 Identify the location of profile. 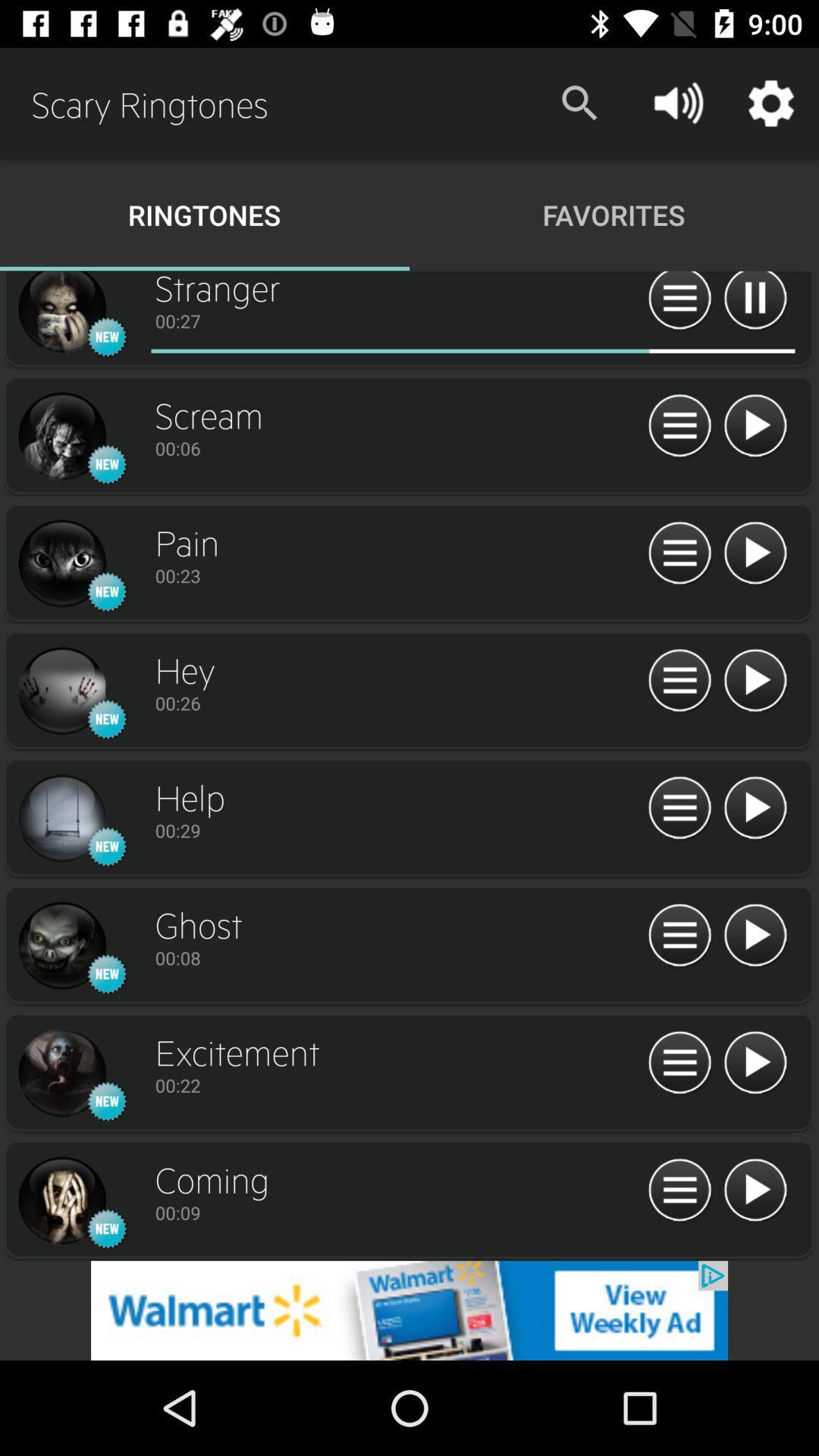
(61, 563).